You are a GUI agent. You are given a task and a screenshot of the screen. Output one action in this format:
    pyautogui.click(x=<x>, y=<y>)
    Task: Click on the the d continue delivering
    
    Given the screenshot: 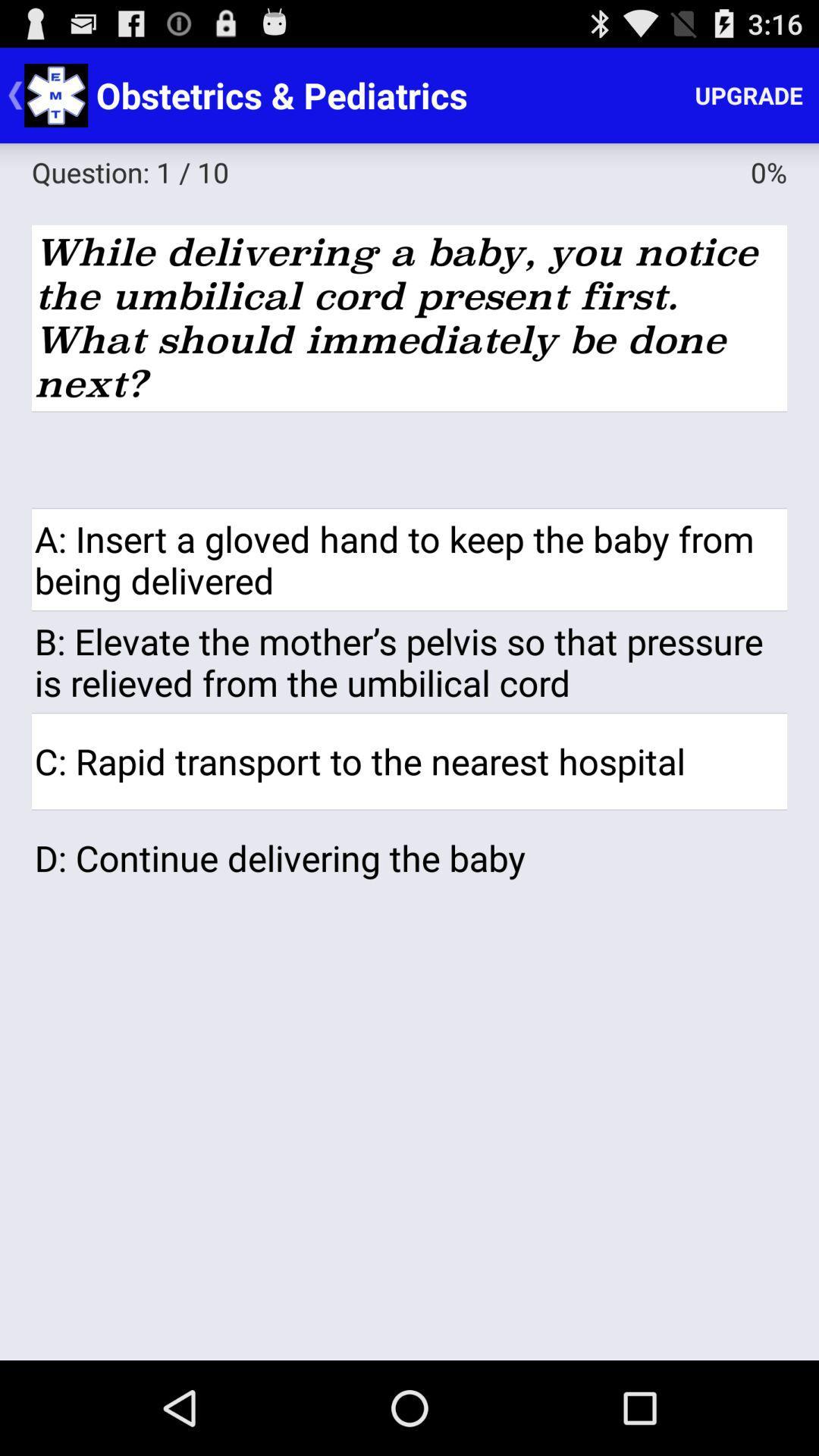 What is the action you would take?
    pyautogui.click(x=409, y=858)
    